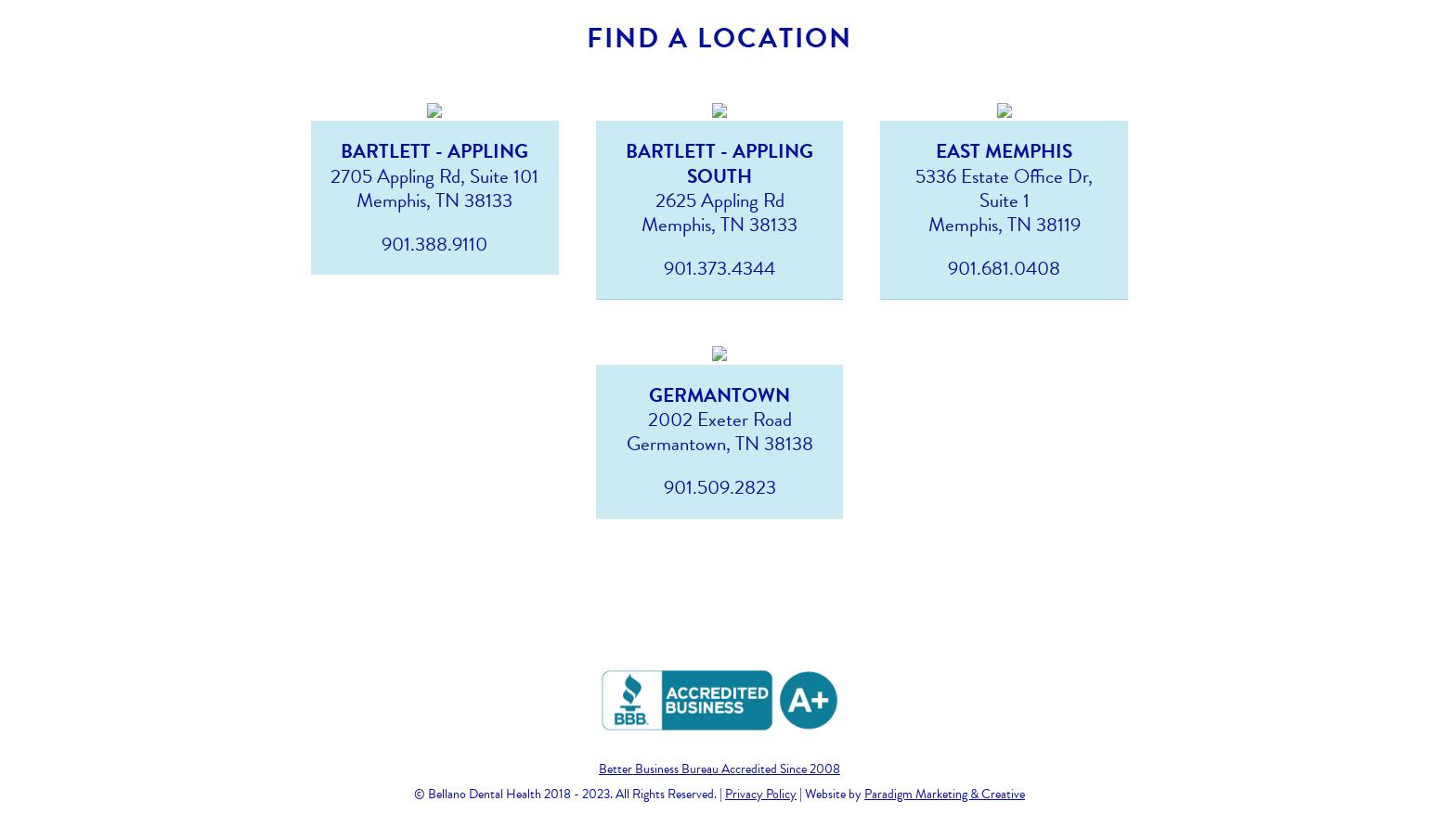  What do you see at coordinates (719, 444) in the screenshot?
I see `'Germantown, TN 38138'` at bounding box center [719, 444].